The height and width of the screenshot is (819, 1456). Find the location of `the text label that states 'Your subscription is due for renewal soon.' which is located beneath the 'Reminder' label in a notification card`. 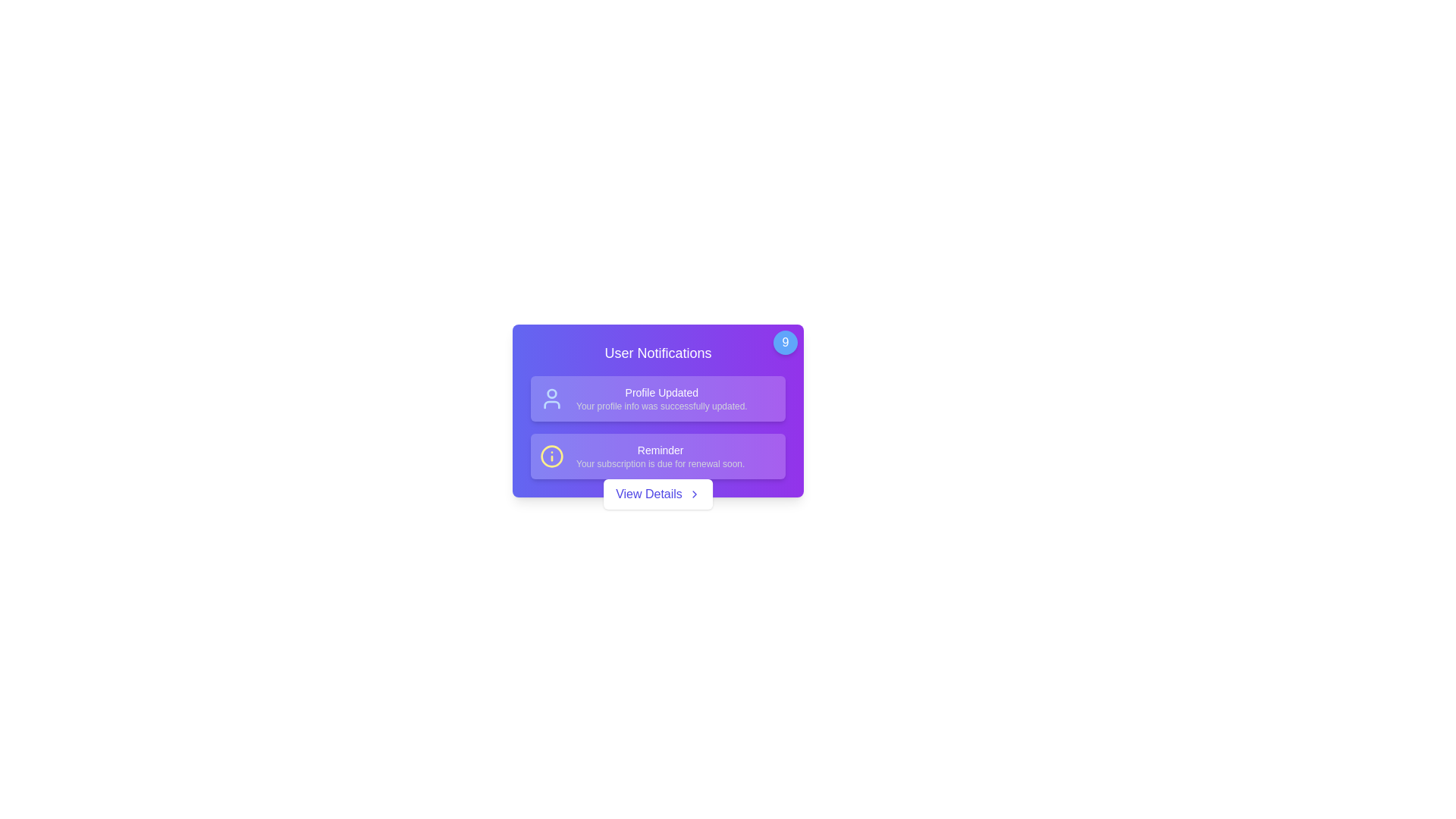

the text label that states 'Your subscription is due for renewal soon.' which is located beneath the 'Reminder' label in a notification card is located at coordinates (661, 463).